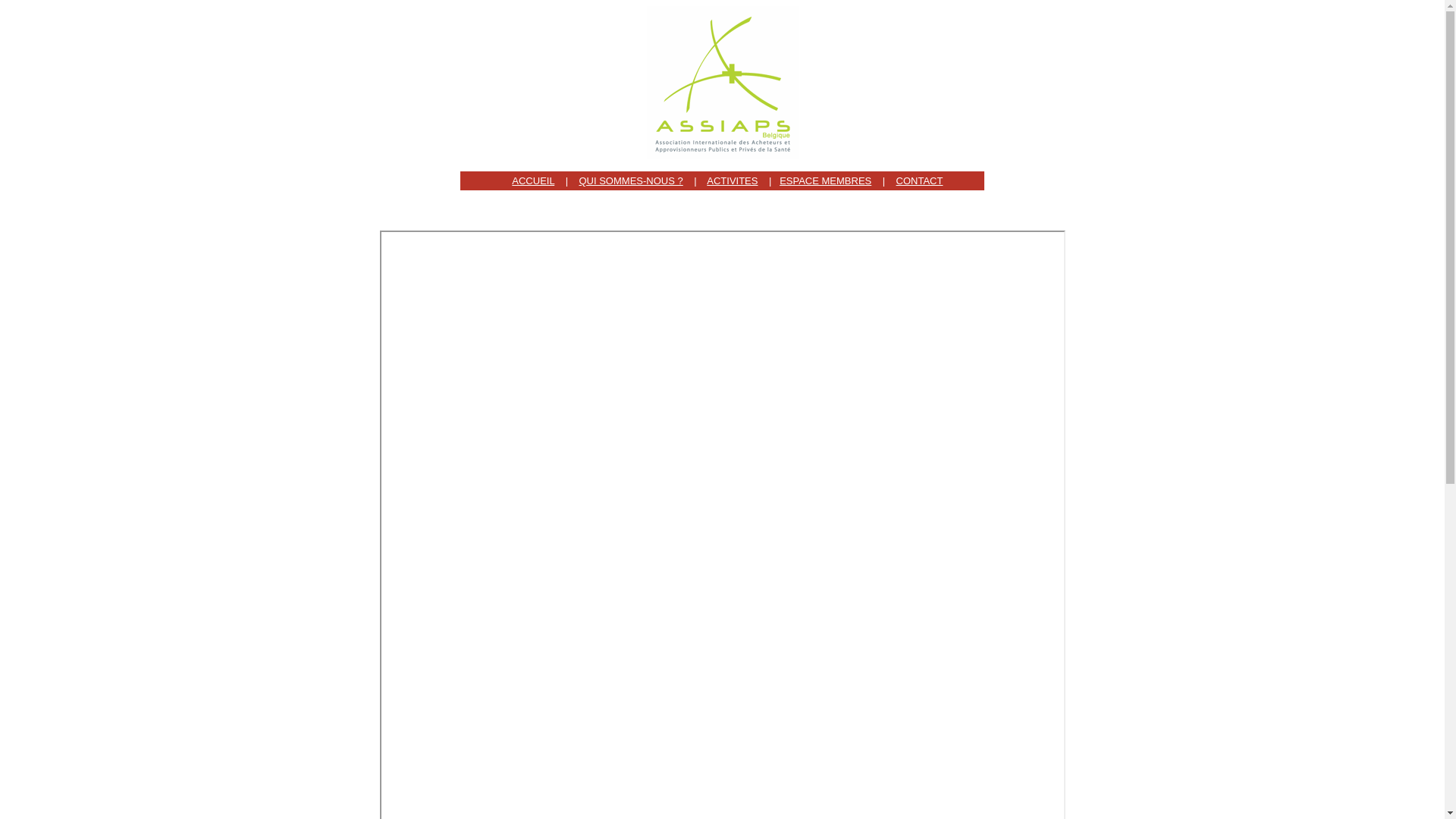 The image size is (1456, 819). What do you see at coordinates (532, 180) in the screenshot?
I see `'ACCUEIL'` at bounding box center [532, 180].